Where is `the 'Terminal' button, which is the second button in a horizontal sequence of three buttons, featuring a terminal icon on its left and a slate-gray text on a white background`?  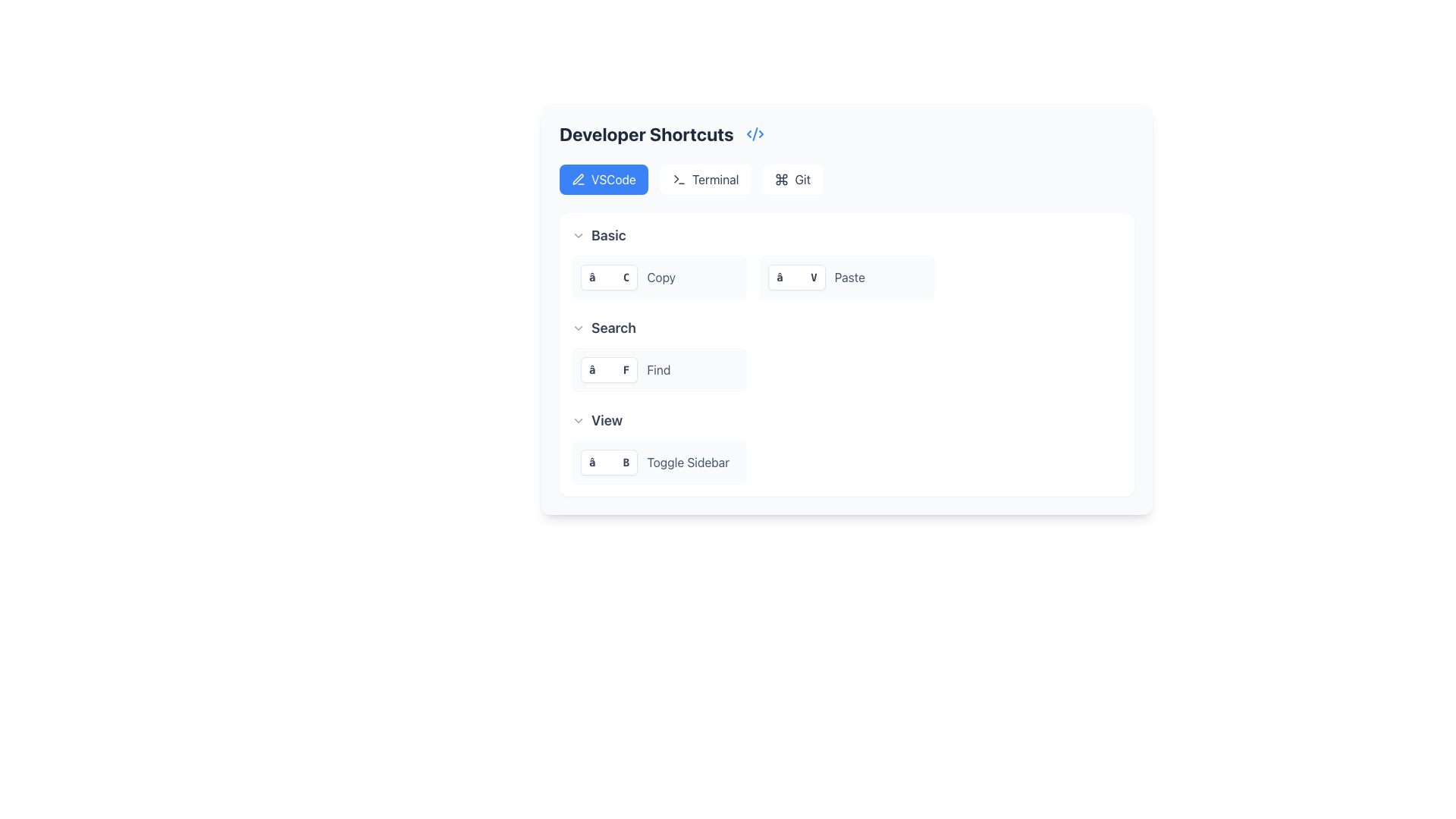
the 'Terminal' button, which is the second button in a horizontal sequence of three buttons, featuring a terminal icon on its left and a slate-gray text on a white background is located at coordinates (704, 178).